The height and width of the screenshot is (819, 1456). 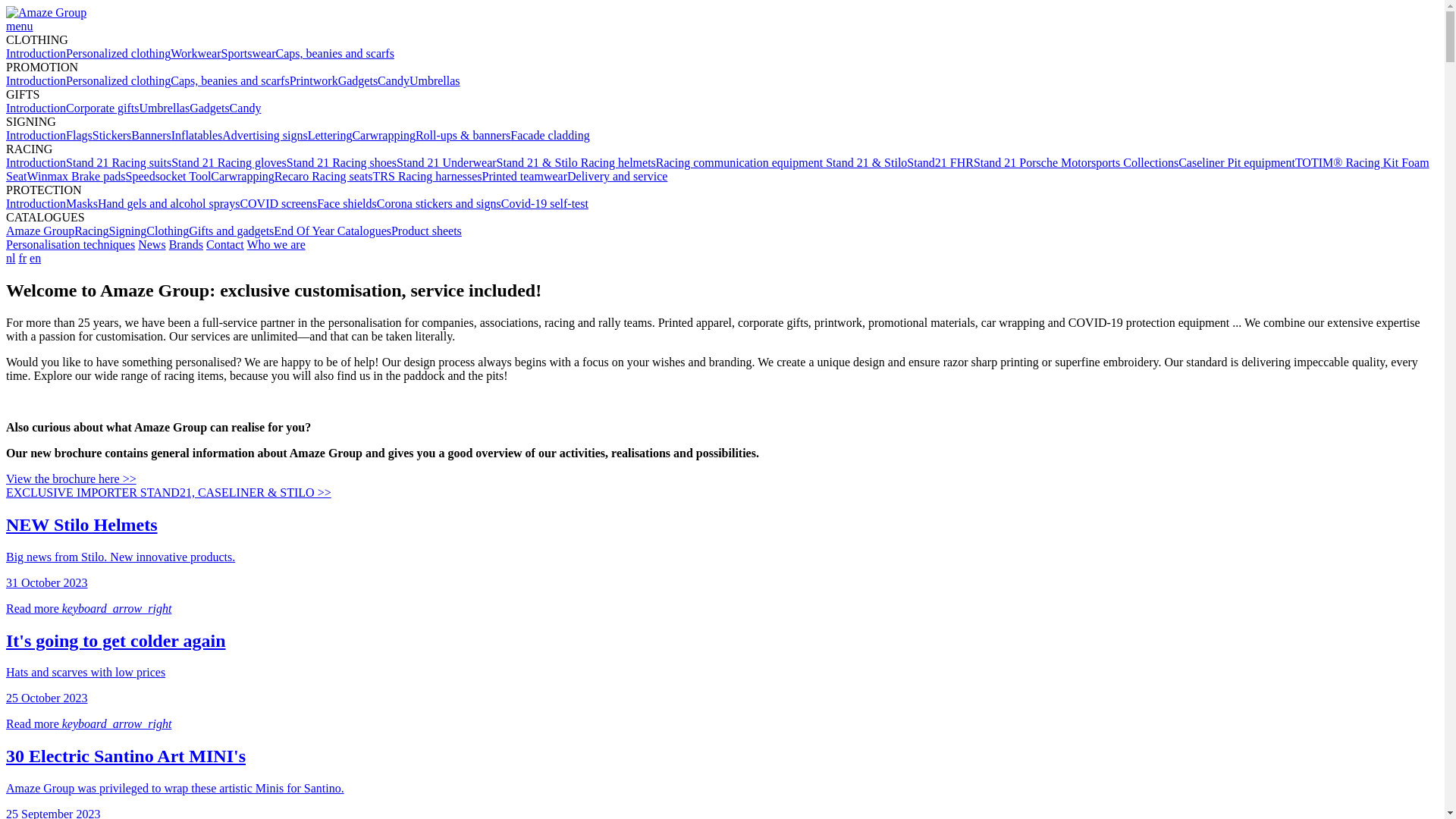 What do you see at coordinates (224, 243) in the screenshot?
I see `'Contact'` at bounding box center [224, 243].